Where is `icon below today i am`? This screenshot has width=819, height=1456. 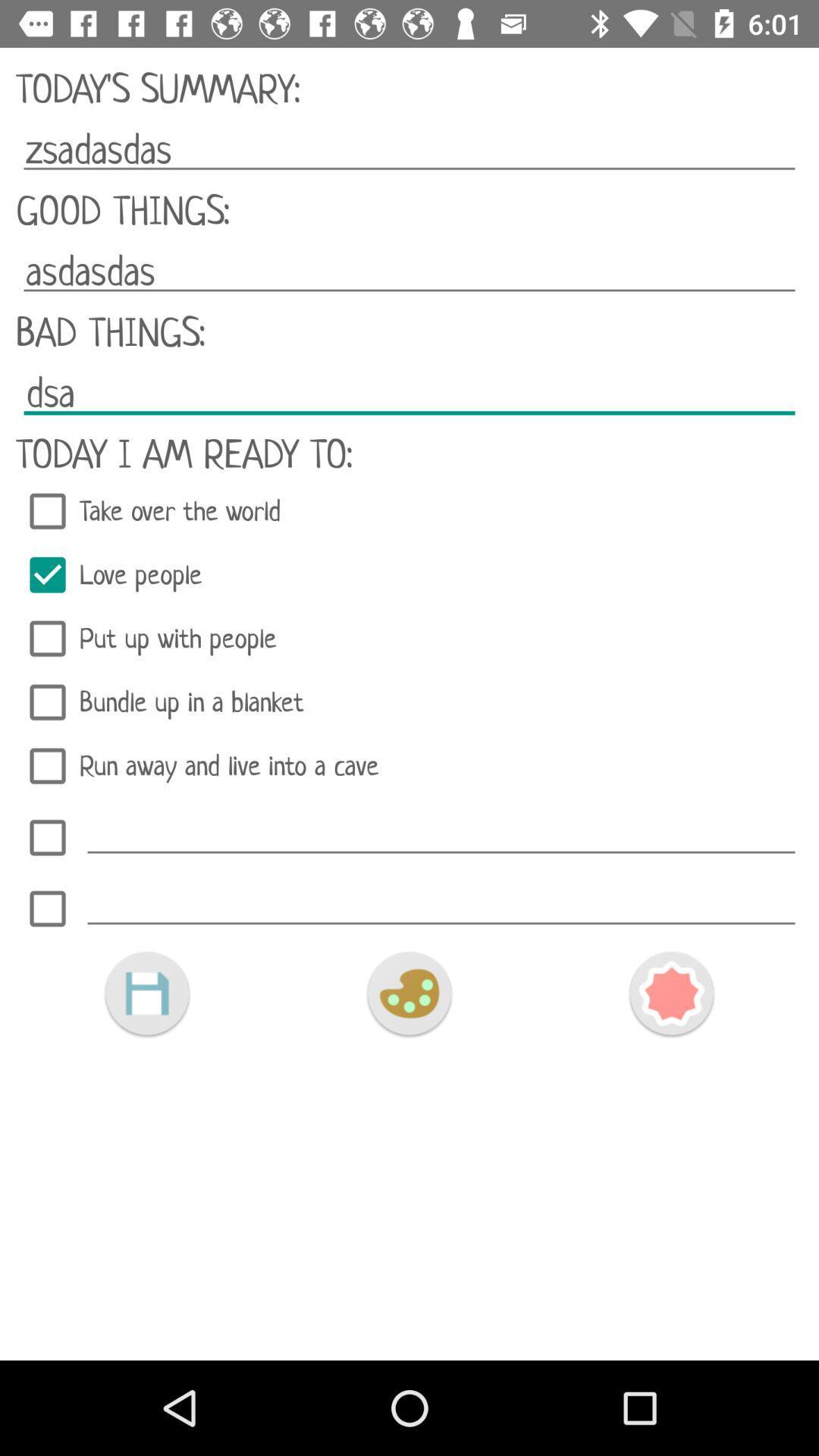
icon below today i am is located at coordinates (409, 511).